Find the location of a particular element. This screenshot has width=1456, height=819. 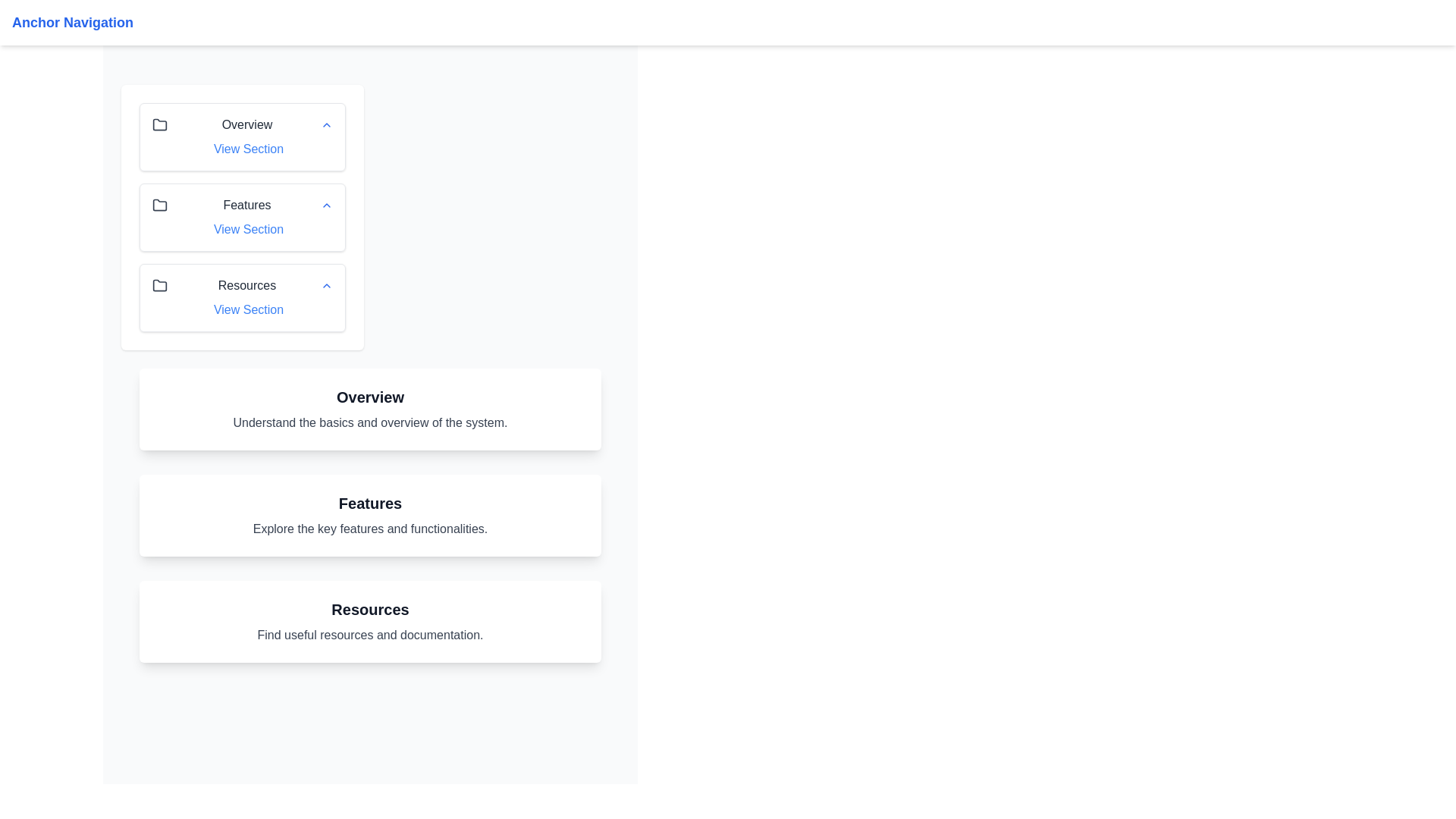

the section title text located beneath the header 'Overview', which serves as a label for the related content is located at coordinates (370, 503).